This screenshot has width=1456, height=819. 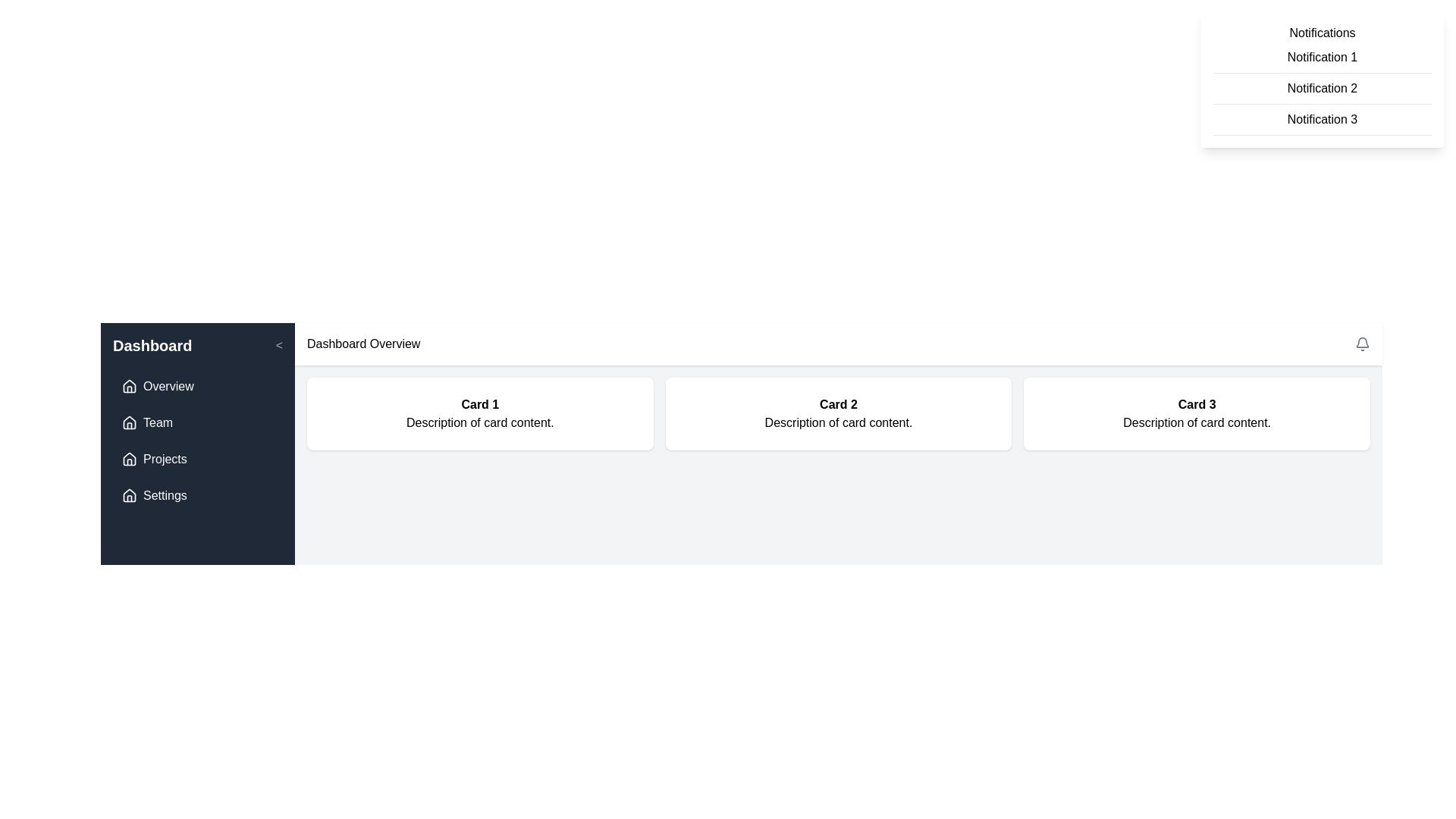 What do you see at coordinates (130, 458) in the screenshot?
I see `the 'Projects' icon located in the left sidebar, which serves as a visual indicator for navigating to the Projects section` at bounding box center [130, 458].